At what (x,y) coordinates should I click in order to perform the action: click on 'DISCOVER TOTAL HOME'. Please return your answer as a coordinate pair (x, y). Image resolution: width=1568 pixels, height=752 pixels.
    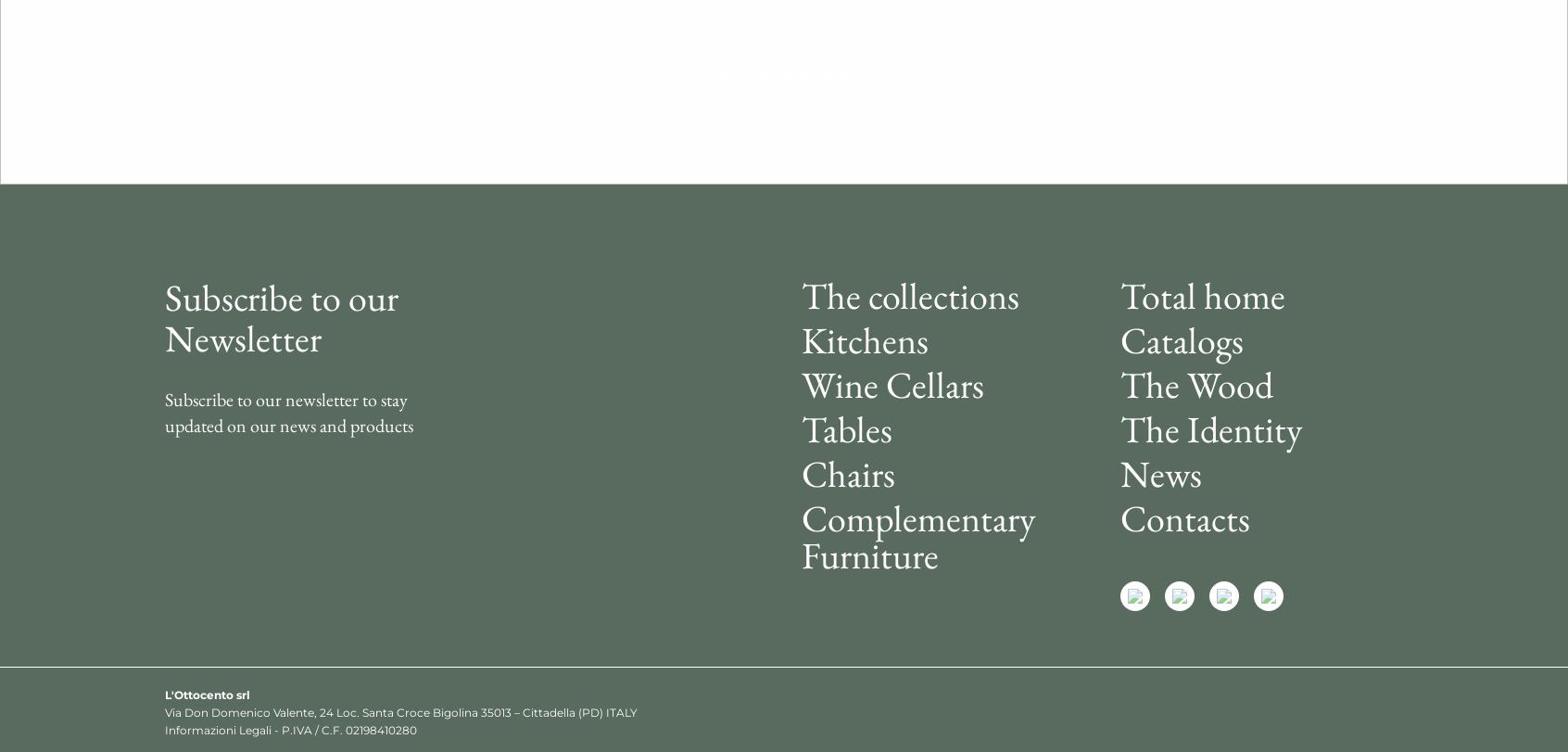
    Looking at the image, I should click on (784, 77).